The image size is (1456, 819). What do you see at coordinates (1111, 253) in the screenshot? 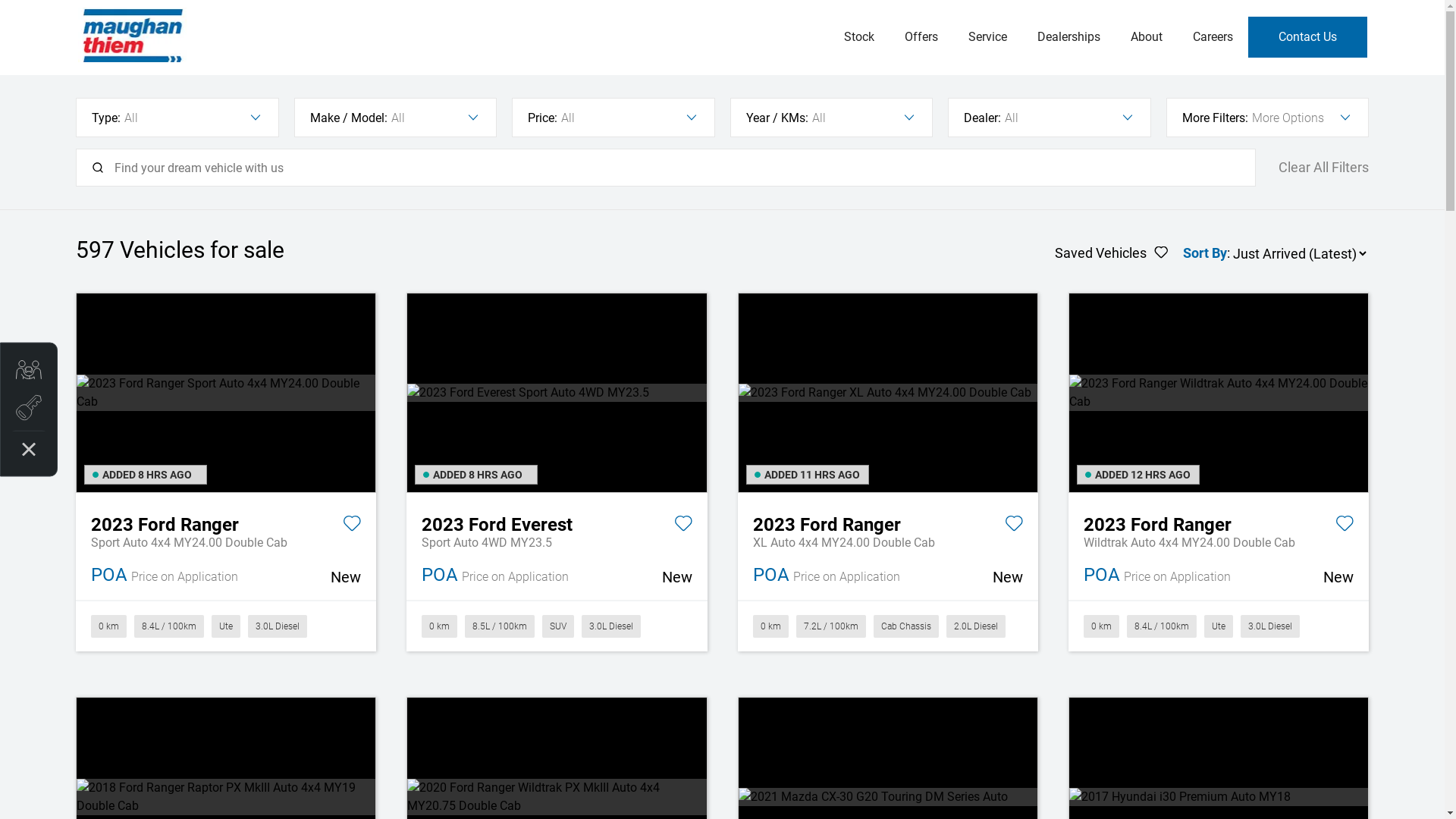
I see `'Saved Vehicles'` at bounding box center [1111, 253].